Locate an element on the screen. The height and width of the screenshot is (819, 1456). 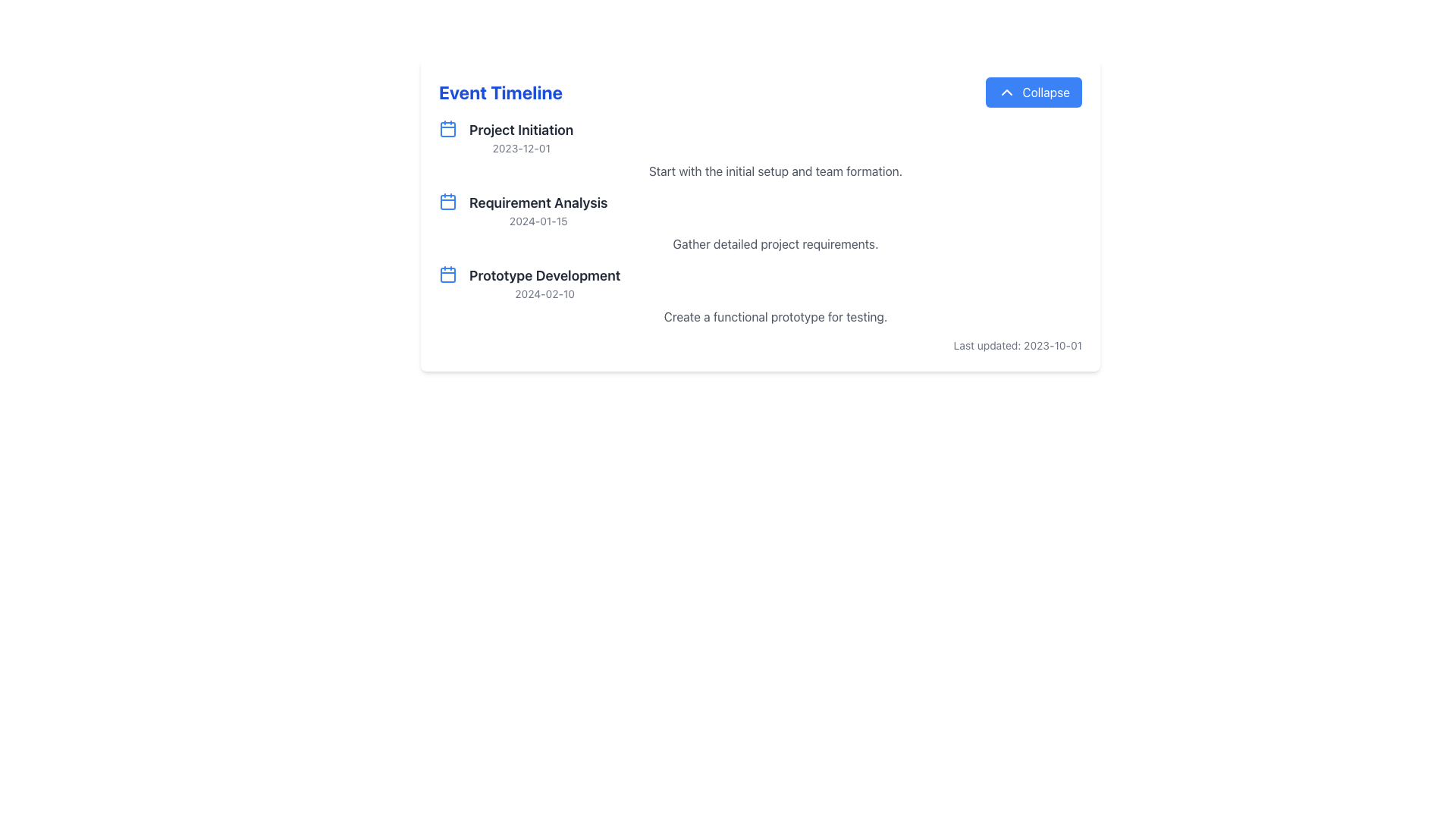
the chevron-up icon, which is styled with a simple outline in white against a blue-filled circle, located inside the 'Collapse' button is located at coordinates (1007, 93).